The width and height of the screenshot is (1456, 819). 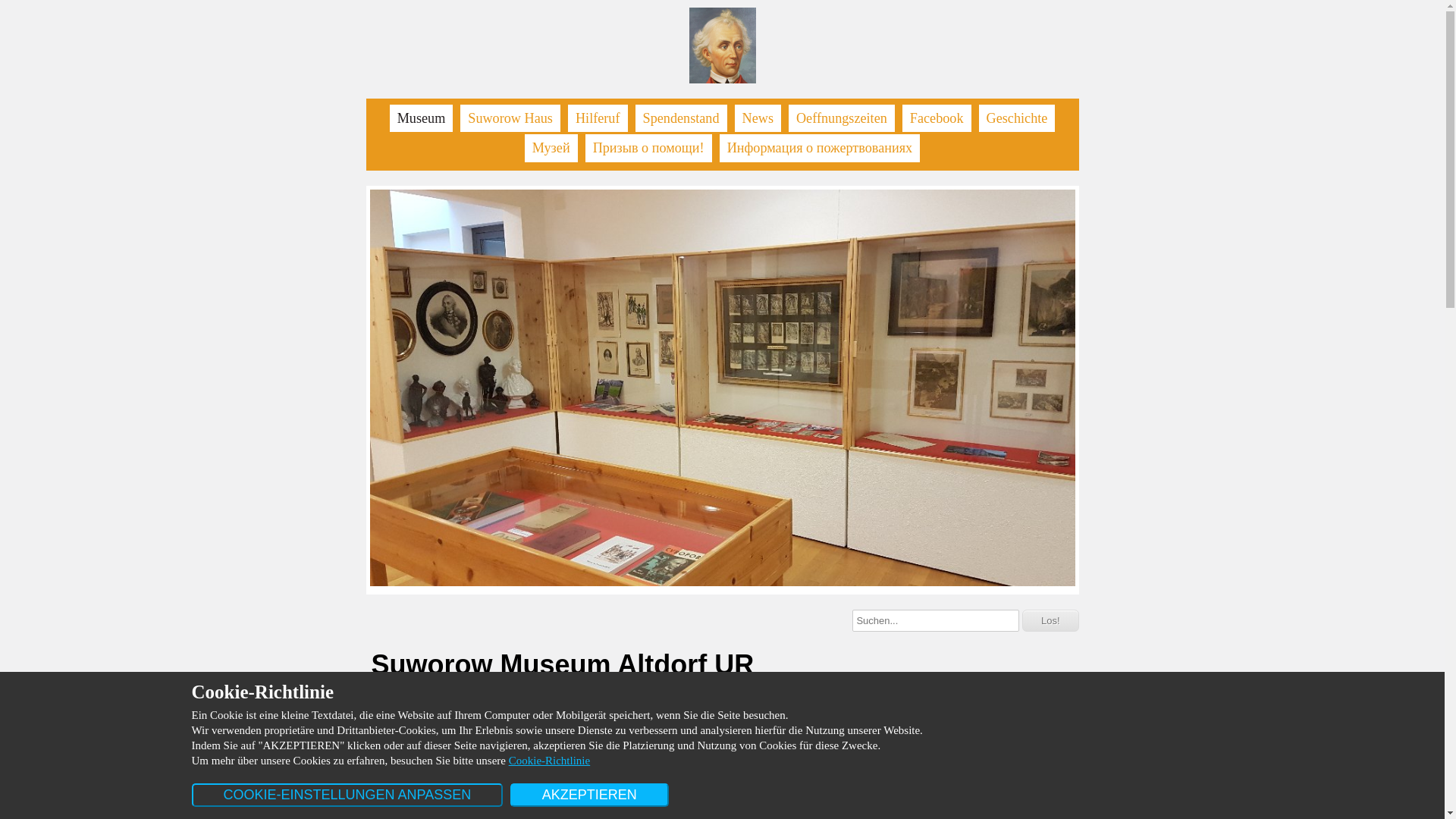 What do you see at coordinates (346, 794) in the screenshot?
I see `'COOKIE-EINSTELLUNGEN ANPASSEN'` at bounding box center [346, 794].